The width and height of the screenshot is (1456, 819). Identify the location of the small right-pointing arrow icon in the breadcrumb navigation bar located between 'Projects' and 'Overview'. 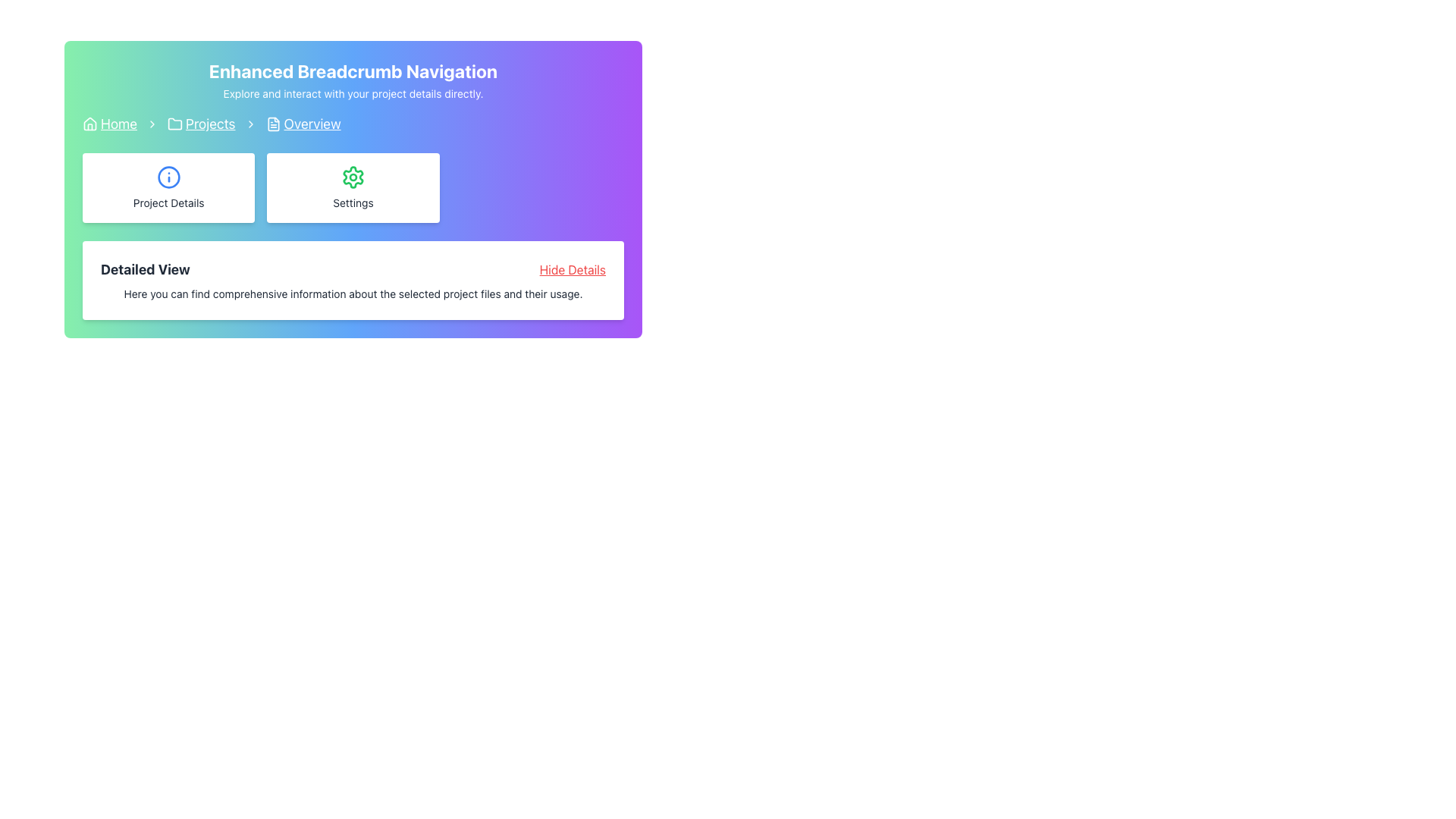
(250, 124).